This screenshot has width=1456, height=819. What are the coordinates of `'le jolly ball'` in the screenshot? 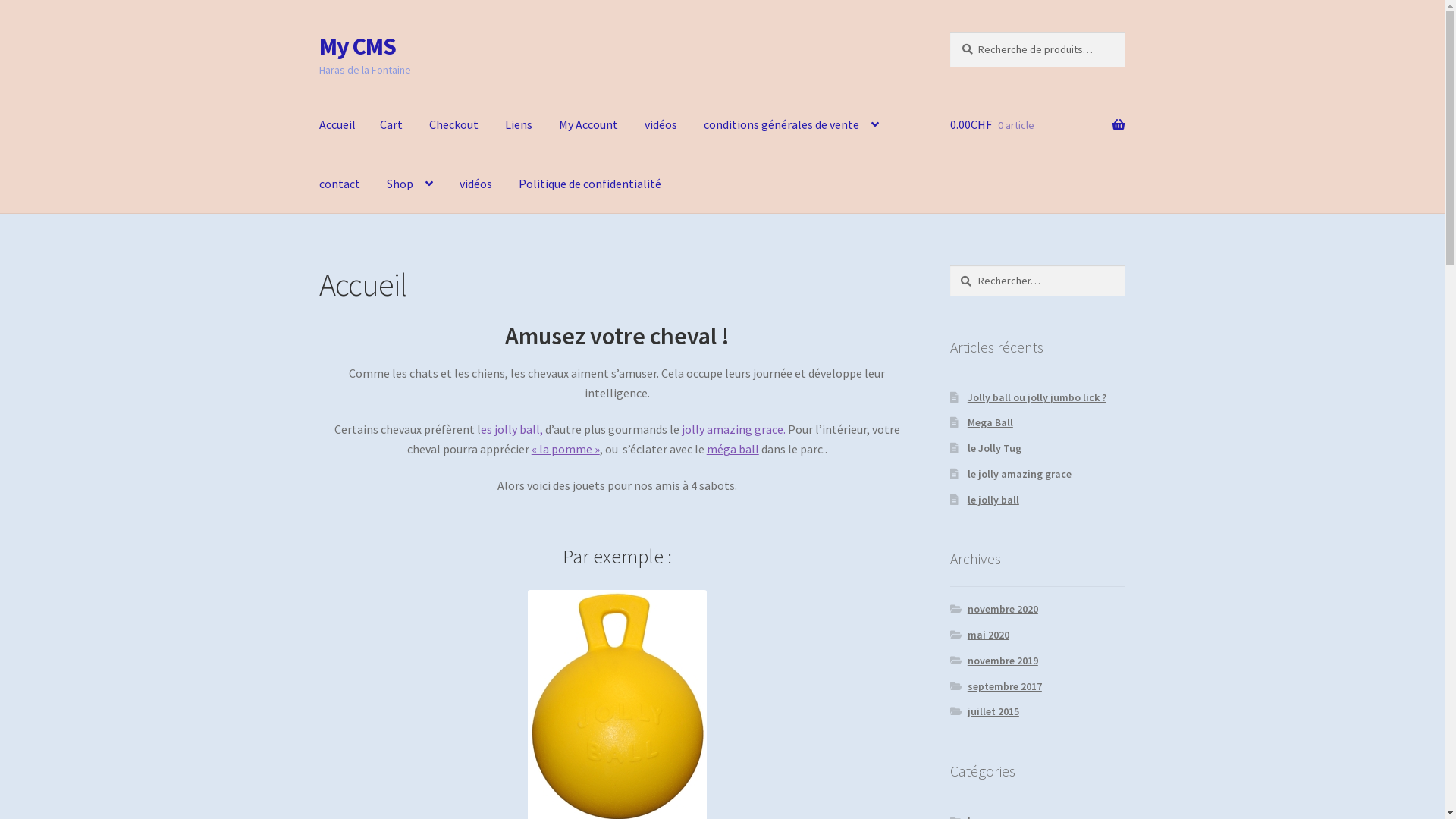 It's located at (993, 500).